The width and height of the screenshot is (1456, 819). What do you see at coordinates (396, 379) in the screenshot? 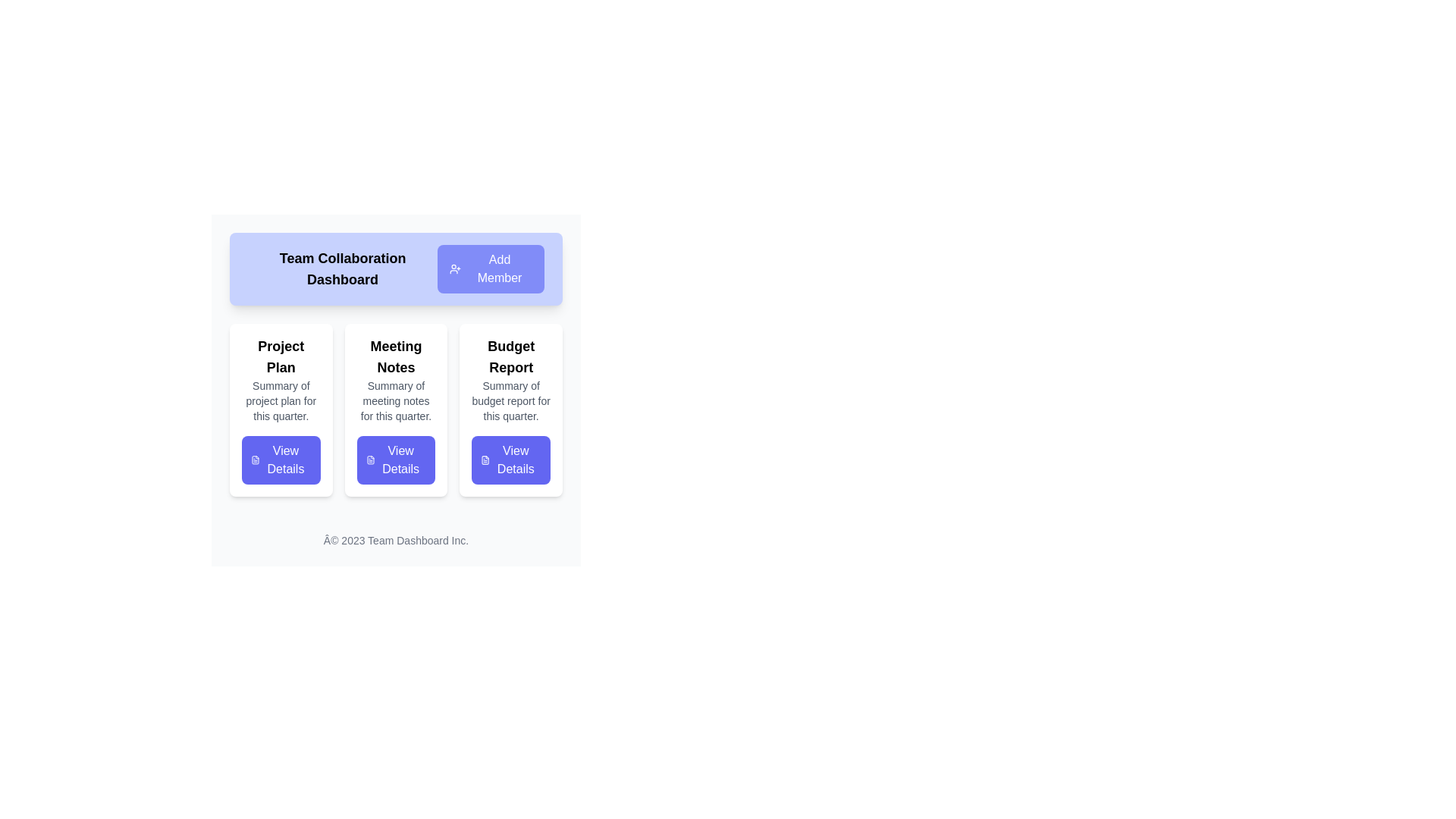
I see `the informational header located in the center of the second card, which provides a brief overview of the meeting notes` at bounding box center [396, 379].